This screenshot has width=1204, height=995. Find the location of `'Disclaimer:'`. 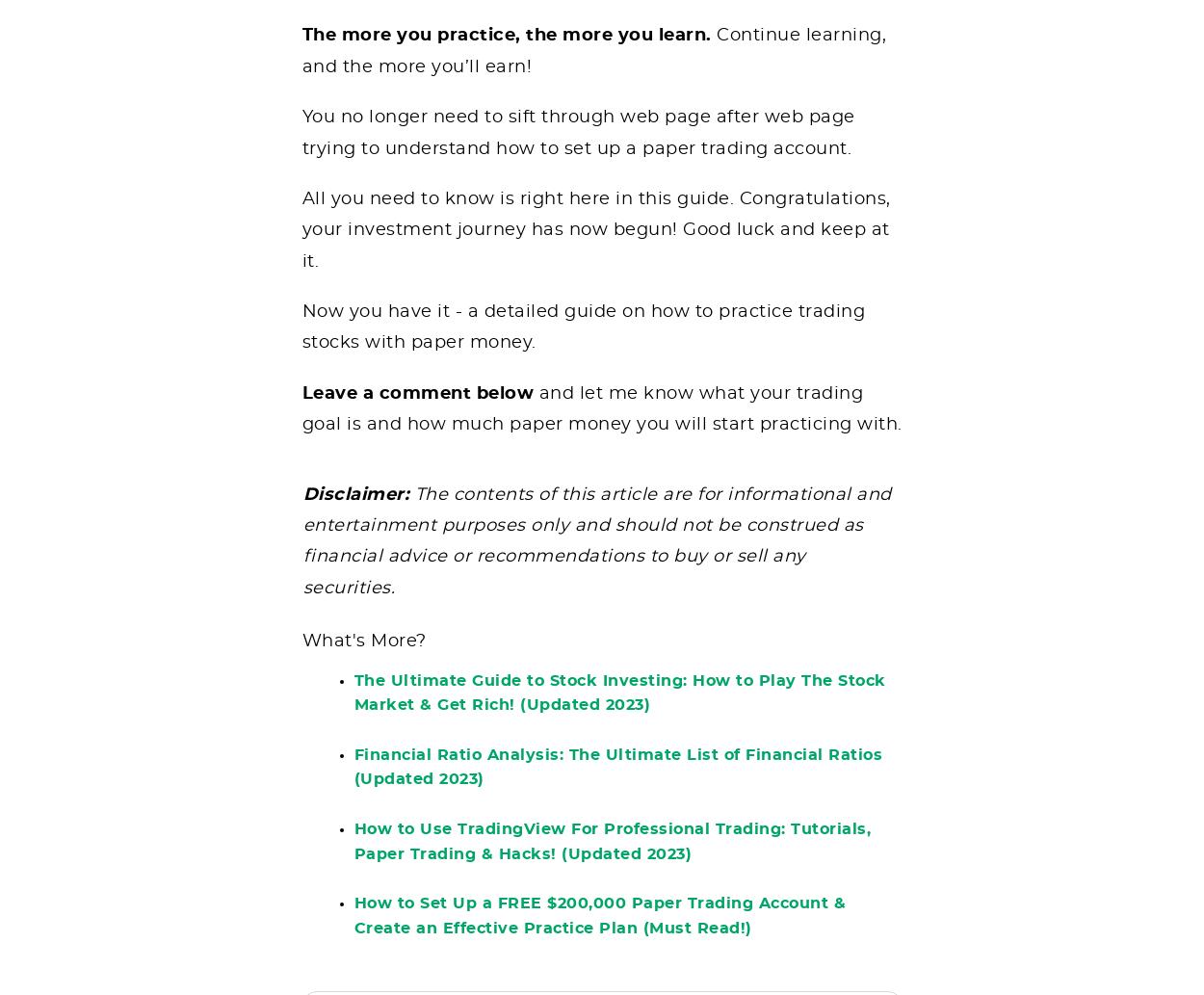

'Disclaimer:' is located at coordinates (356, 507).